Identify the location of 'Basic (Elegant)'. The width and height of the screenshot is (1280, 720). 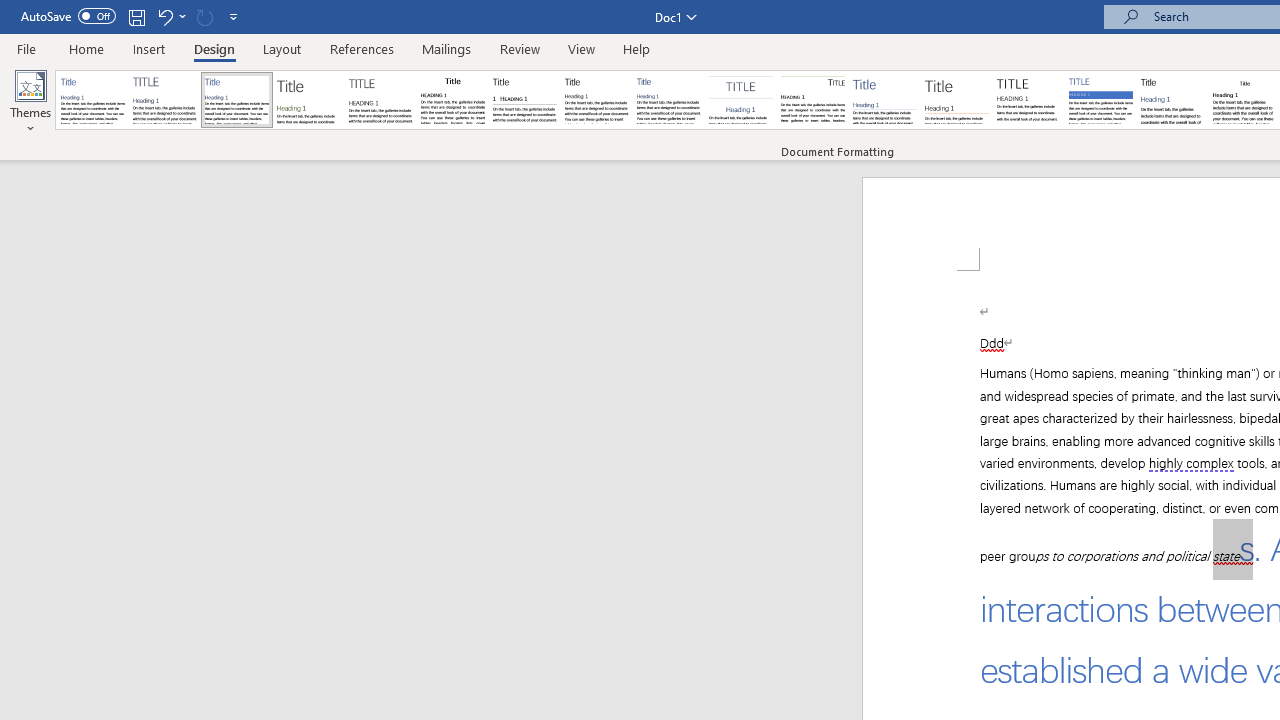
(165, 100).